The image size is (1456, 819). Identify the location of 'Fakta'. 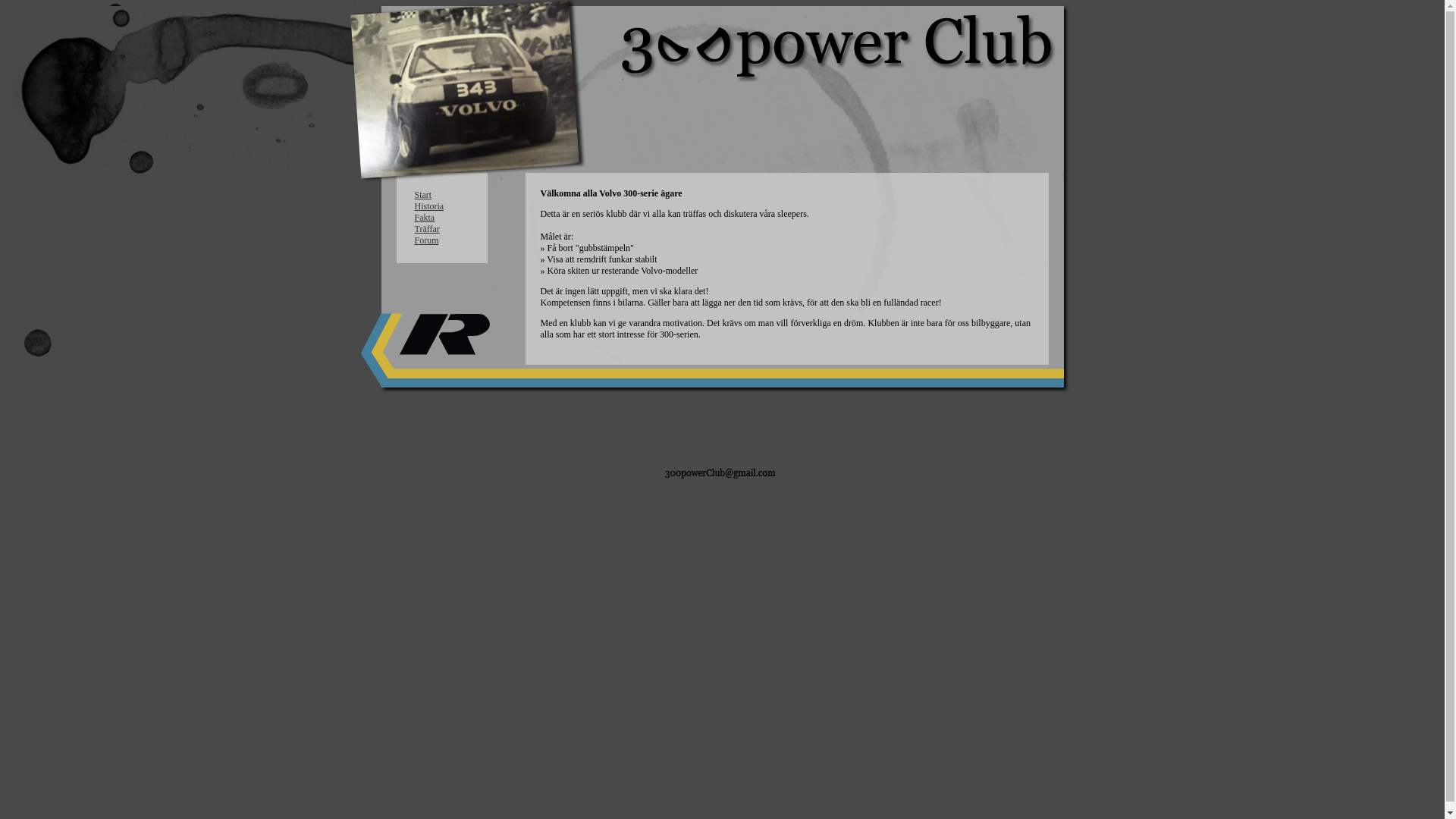
(414, 217).